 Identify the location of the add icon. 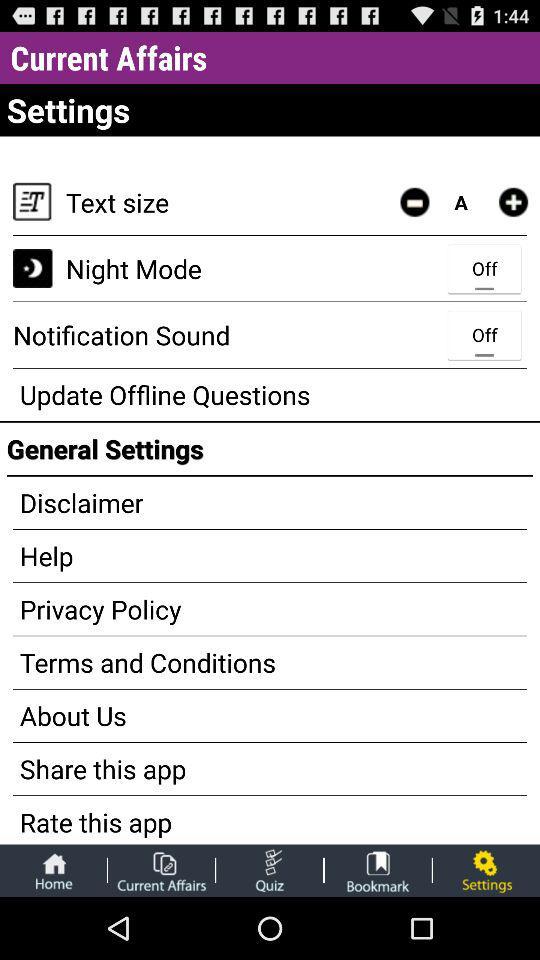
(513, 216).